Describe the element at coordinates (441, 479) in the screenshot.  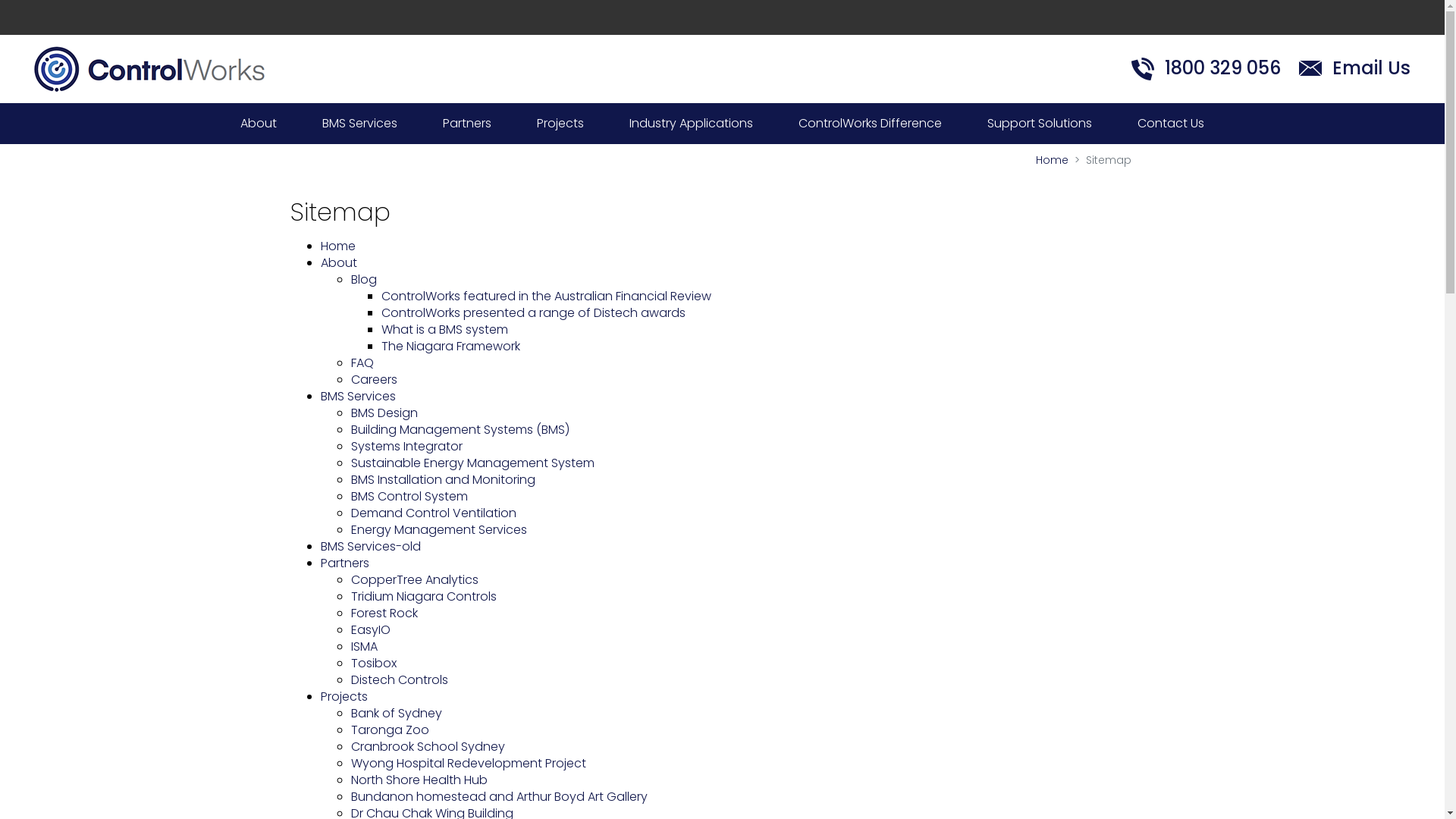
I see `'BMS Installation and Monitoring'` at that location.